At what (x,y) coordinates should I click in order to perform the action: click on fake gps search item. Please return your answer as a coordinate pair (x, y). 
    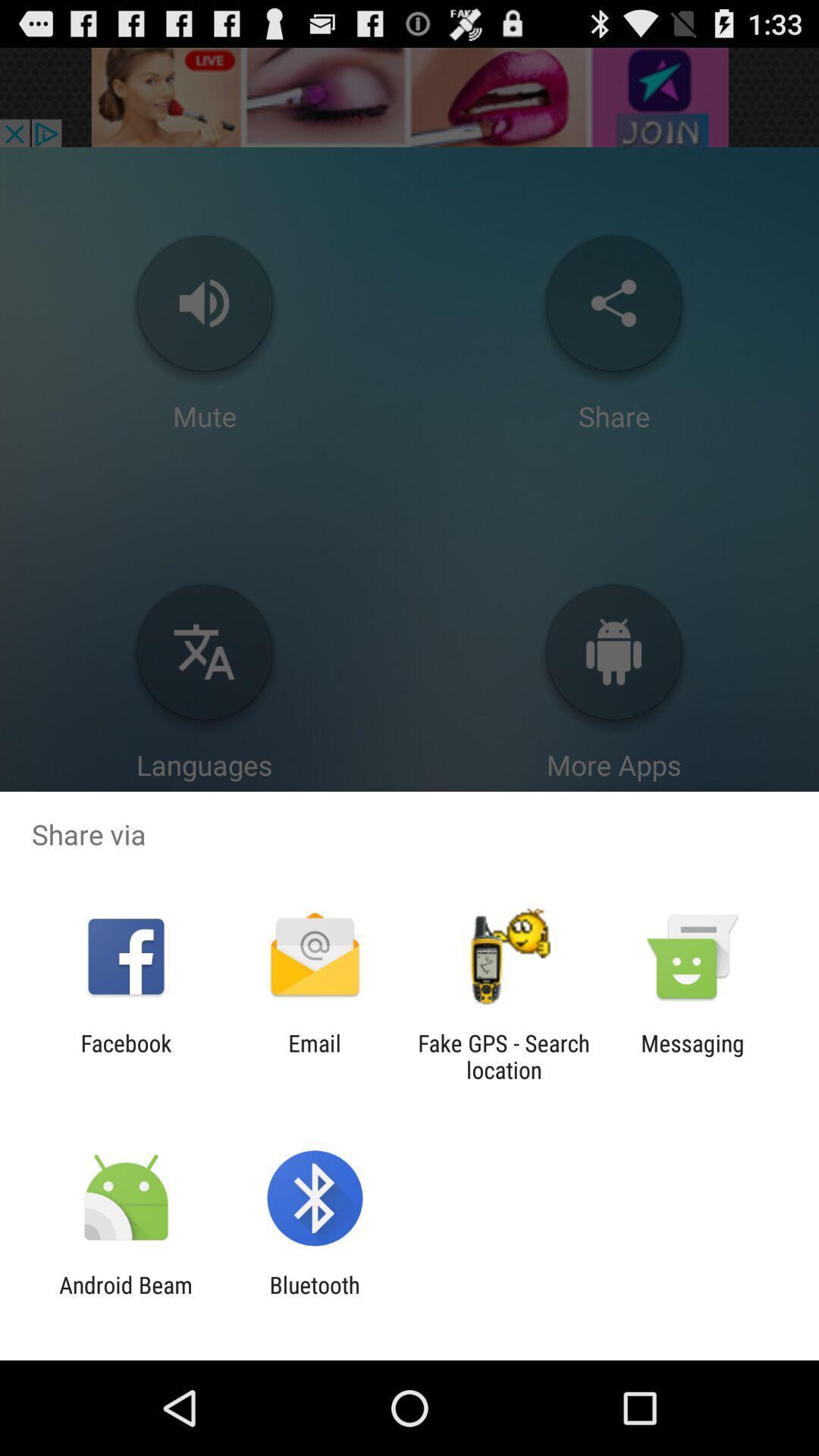
    Looking at the image, I should click on (504, 1056).